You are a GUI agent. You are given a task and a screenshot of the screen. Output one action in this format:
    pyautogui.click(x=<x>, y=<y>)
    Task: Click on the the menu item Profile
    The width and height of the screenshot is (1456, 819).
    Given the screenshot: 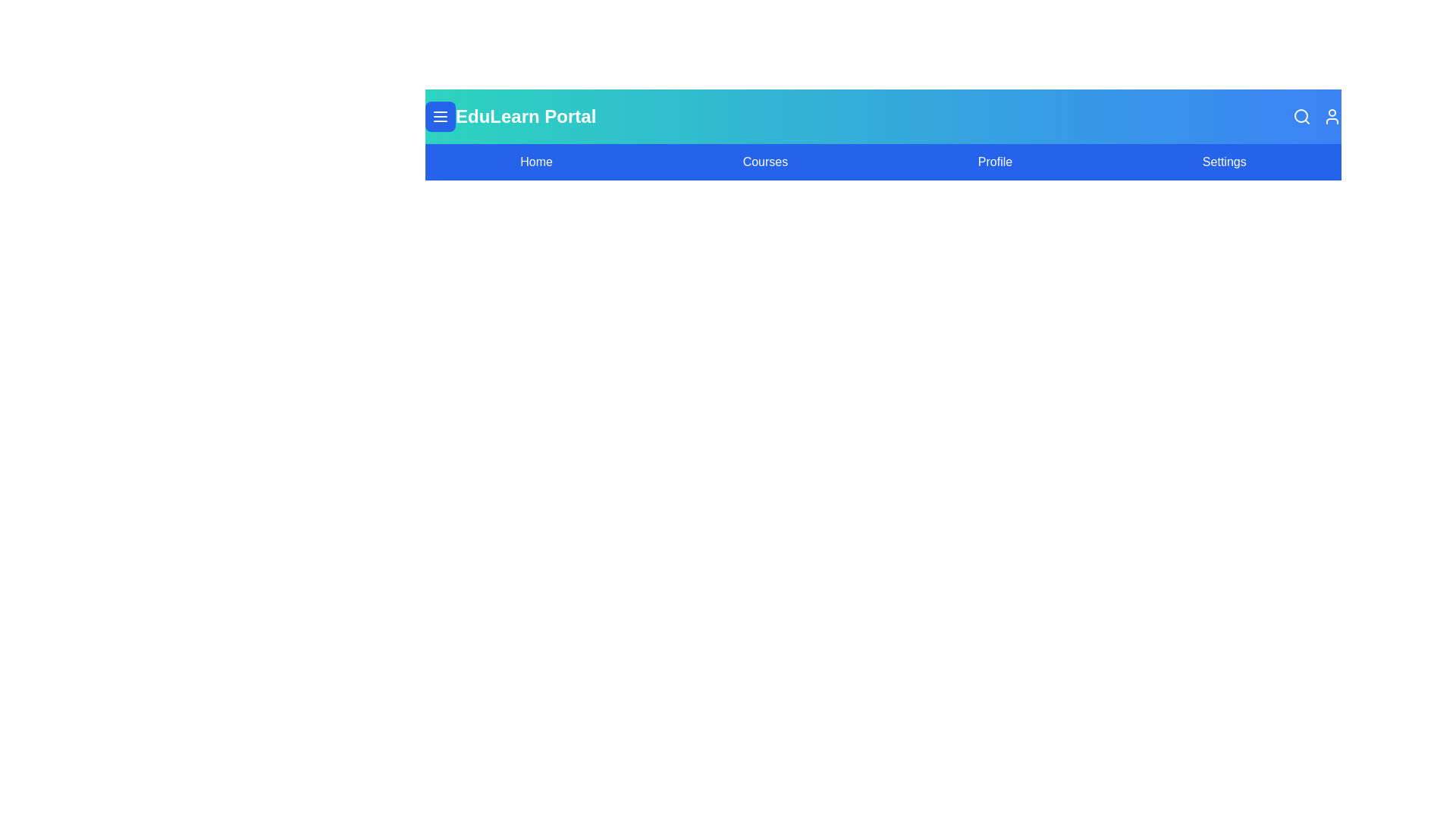 What is the action you would take?
    pyautogui.click(x=994, y=162)
    